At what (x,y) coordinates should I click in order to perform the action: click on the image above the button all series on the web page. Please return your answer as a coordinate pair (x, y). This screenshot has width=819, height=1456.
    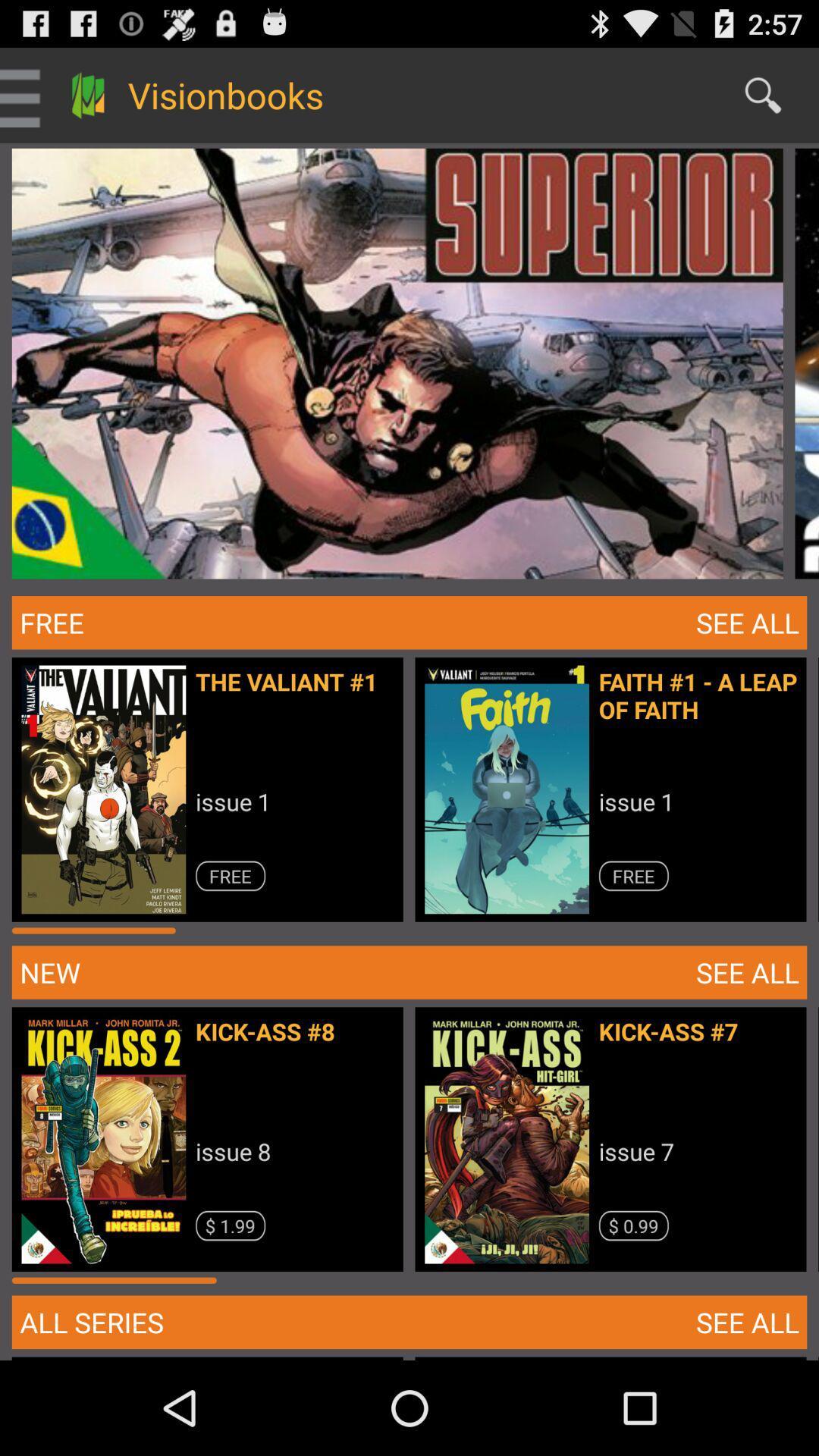
    Looking at the image, I should click on (103, 1139).